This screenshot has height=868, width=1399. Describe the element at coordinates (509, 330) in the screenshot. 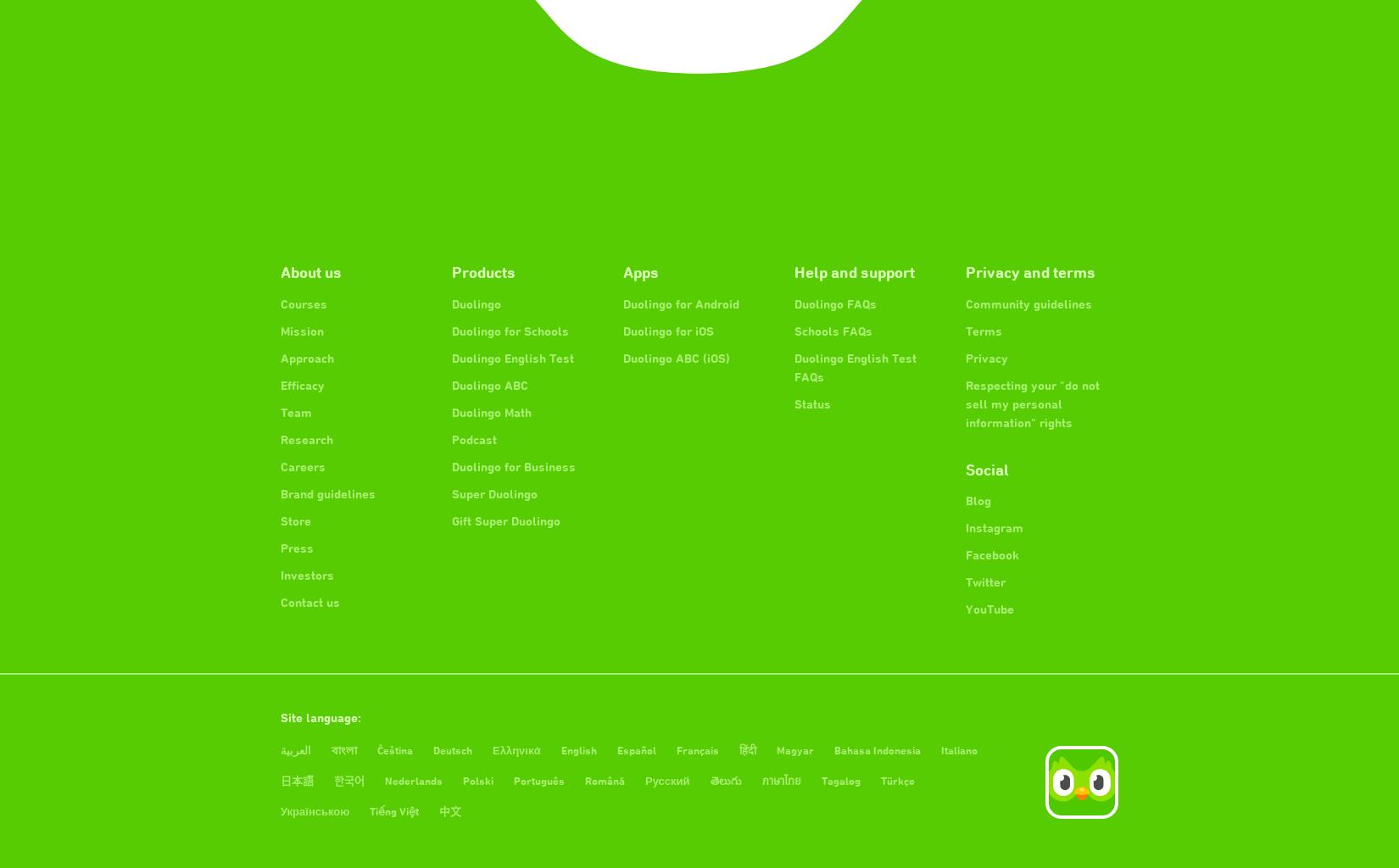

I see `'Duolingo for Schools'` at that location.